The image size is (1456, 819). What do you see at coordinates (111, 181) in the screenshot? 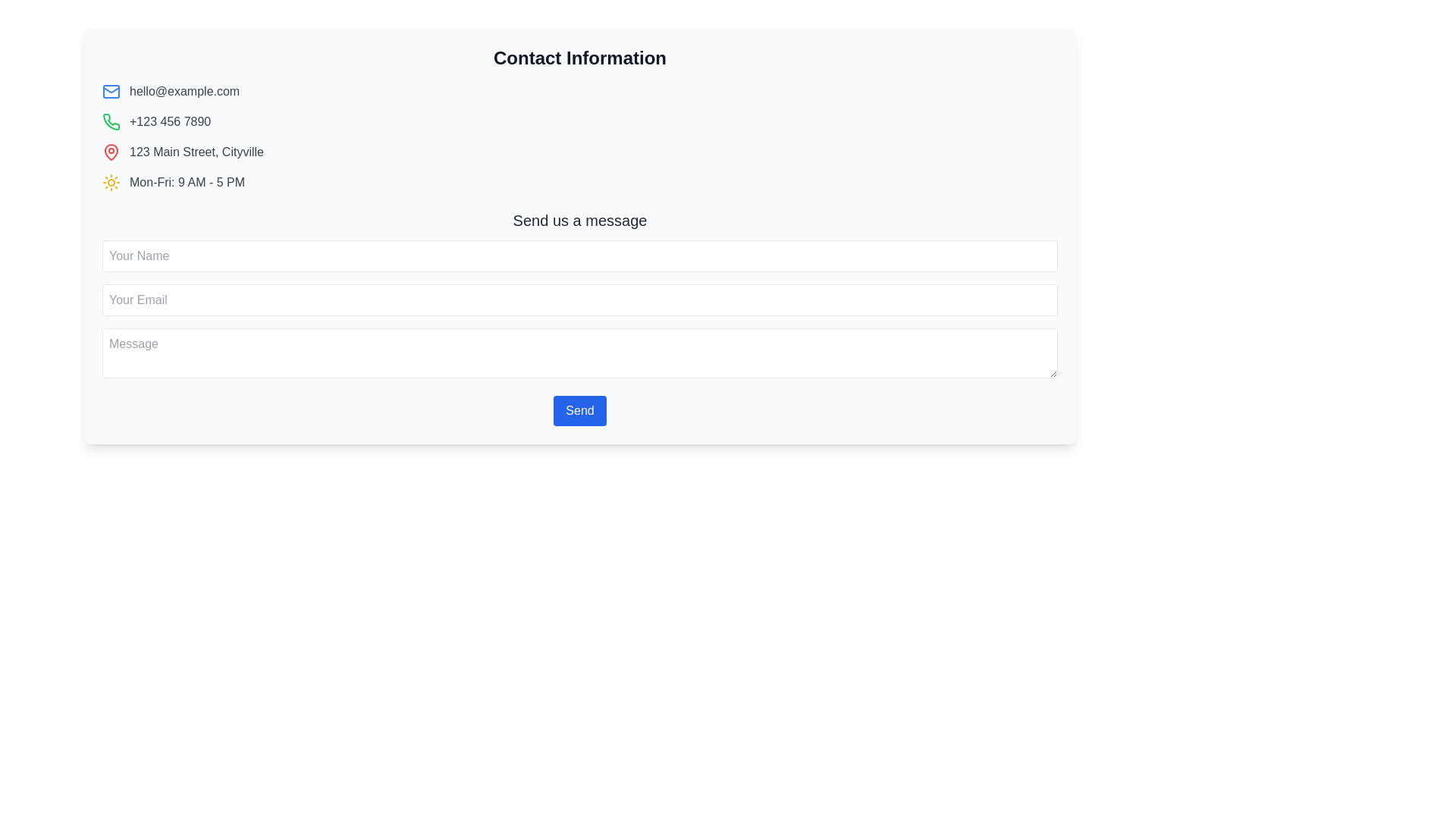
I see `the sun icon, which visually indicates working hours and is located to the left of the text 'Mon-Fri: 9 AM - 5 PM.' It is the fourth item in a vertically stacked list of icons` at bounding box center [111, 181].